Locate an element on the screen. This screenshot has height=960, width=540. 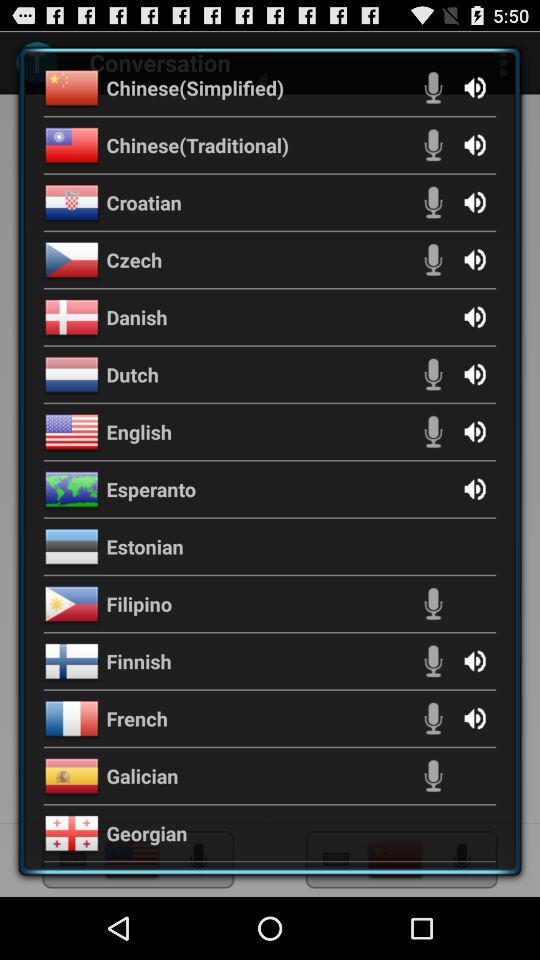
app below the french app is located at coordinates (141, 775).